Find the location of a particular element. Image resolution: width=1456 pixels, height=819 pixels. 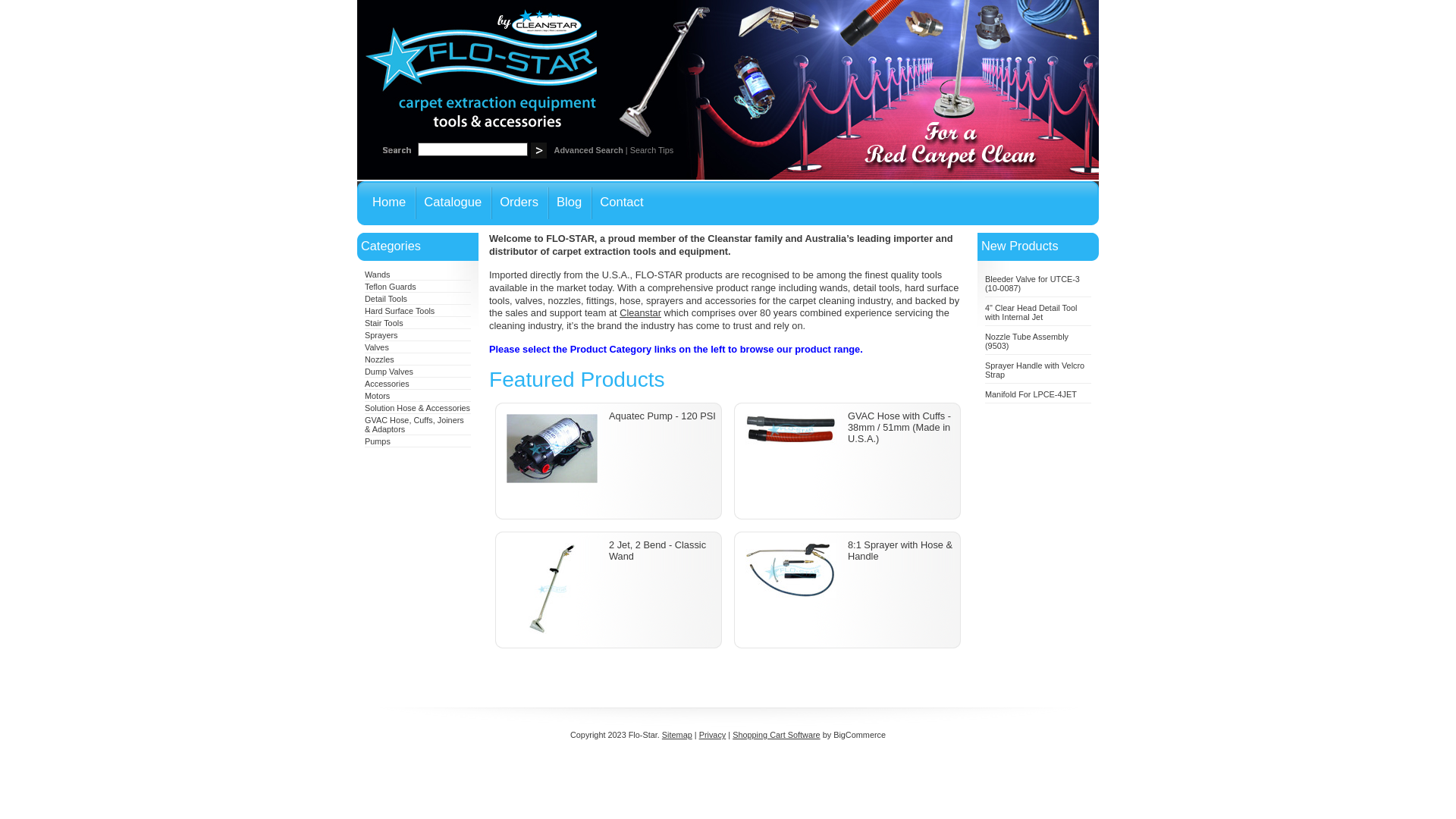

'Sprayers' is located at coordinates (381, 334).